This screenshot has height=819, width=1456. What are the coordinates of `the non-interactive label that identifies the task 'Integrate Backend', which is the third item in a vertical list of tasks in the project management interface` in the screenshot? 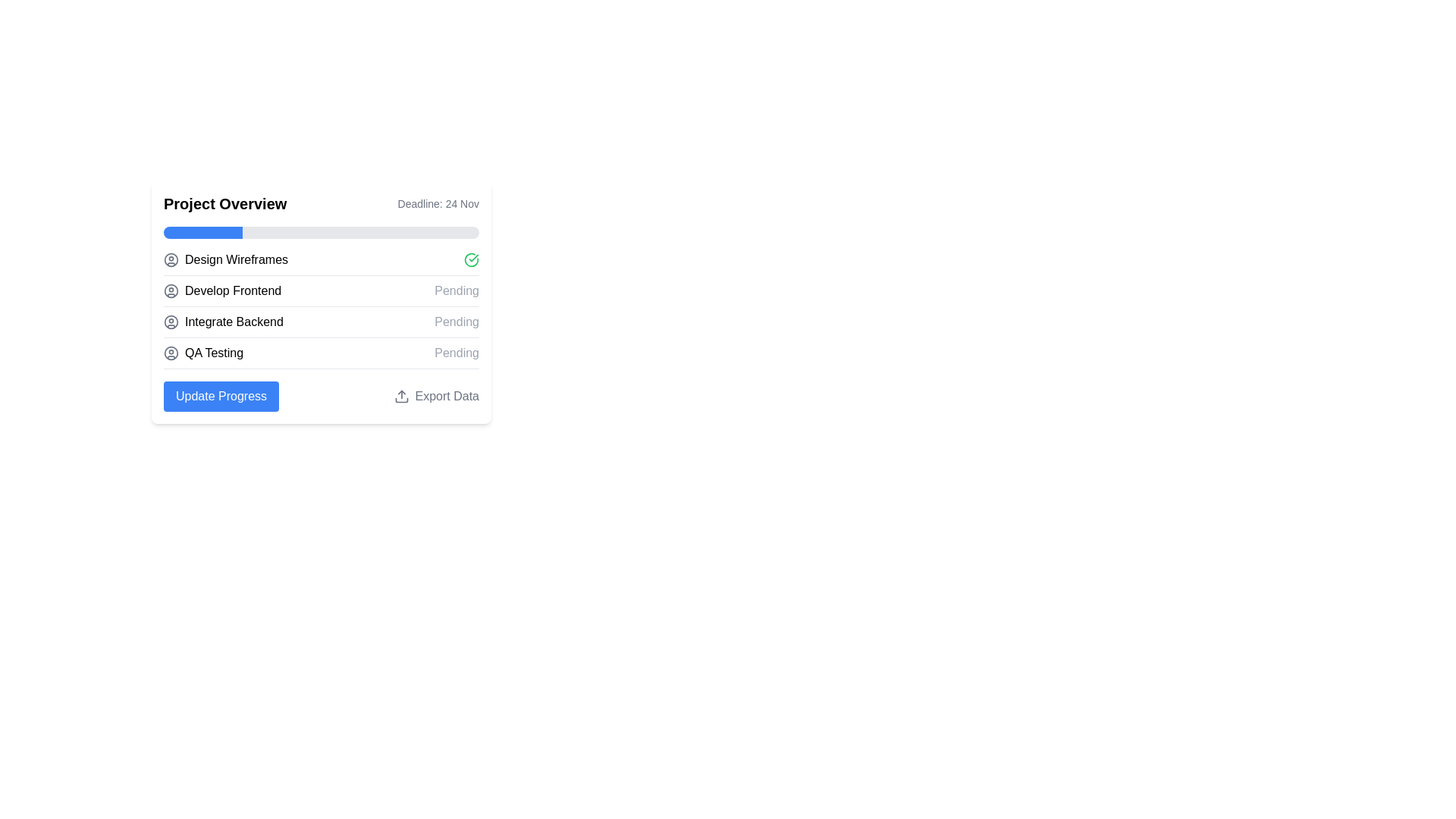 It's located at (222, 321).